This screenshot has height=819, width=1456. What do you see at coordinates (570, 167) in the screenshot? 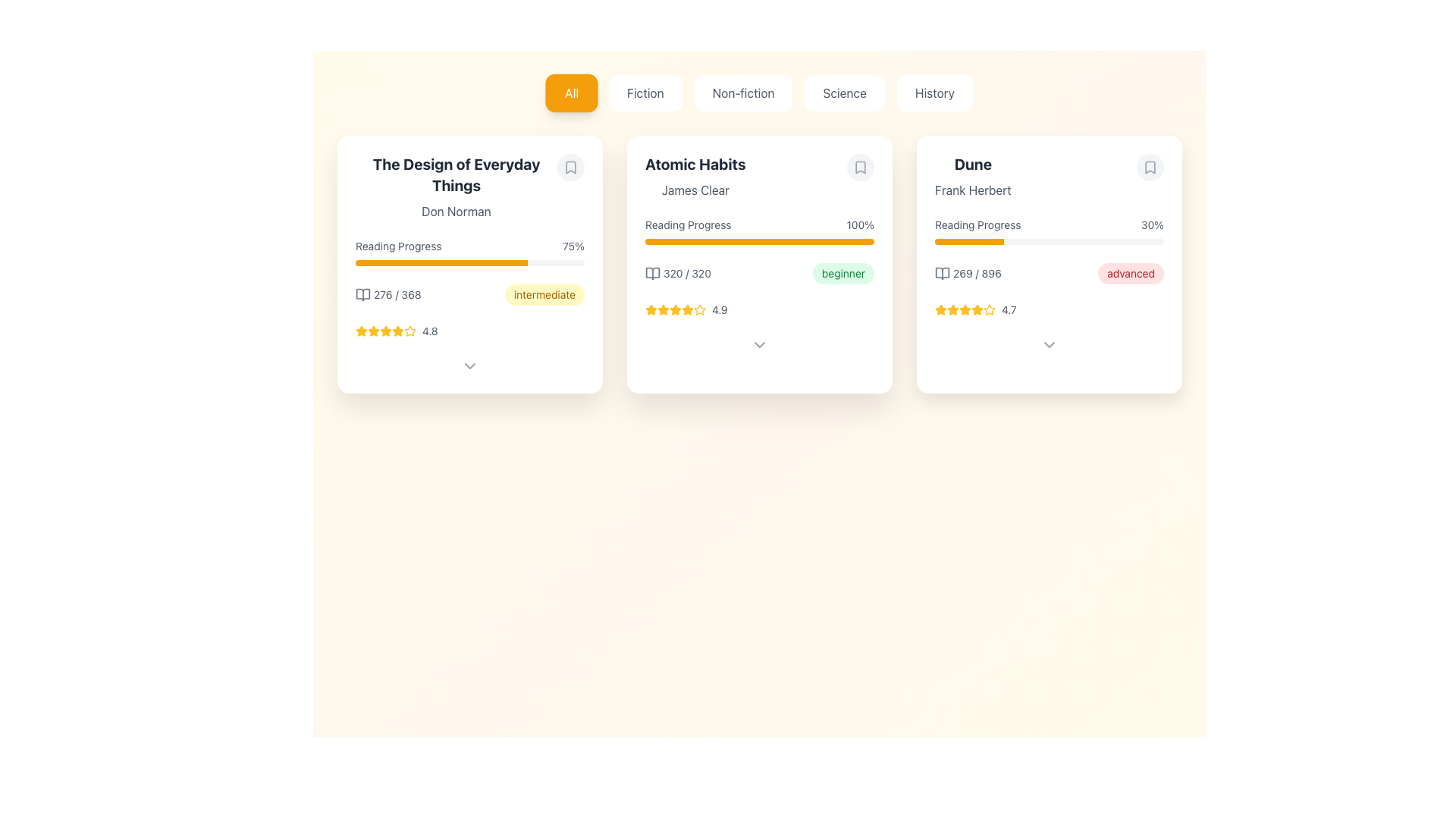
I see `the round gray button with a bookmark icon located at the upper-right corner of the card displaying 'The Design of Everyday Things' by Don Norman` at bounding box center [570, 167].